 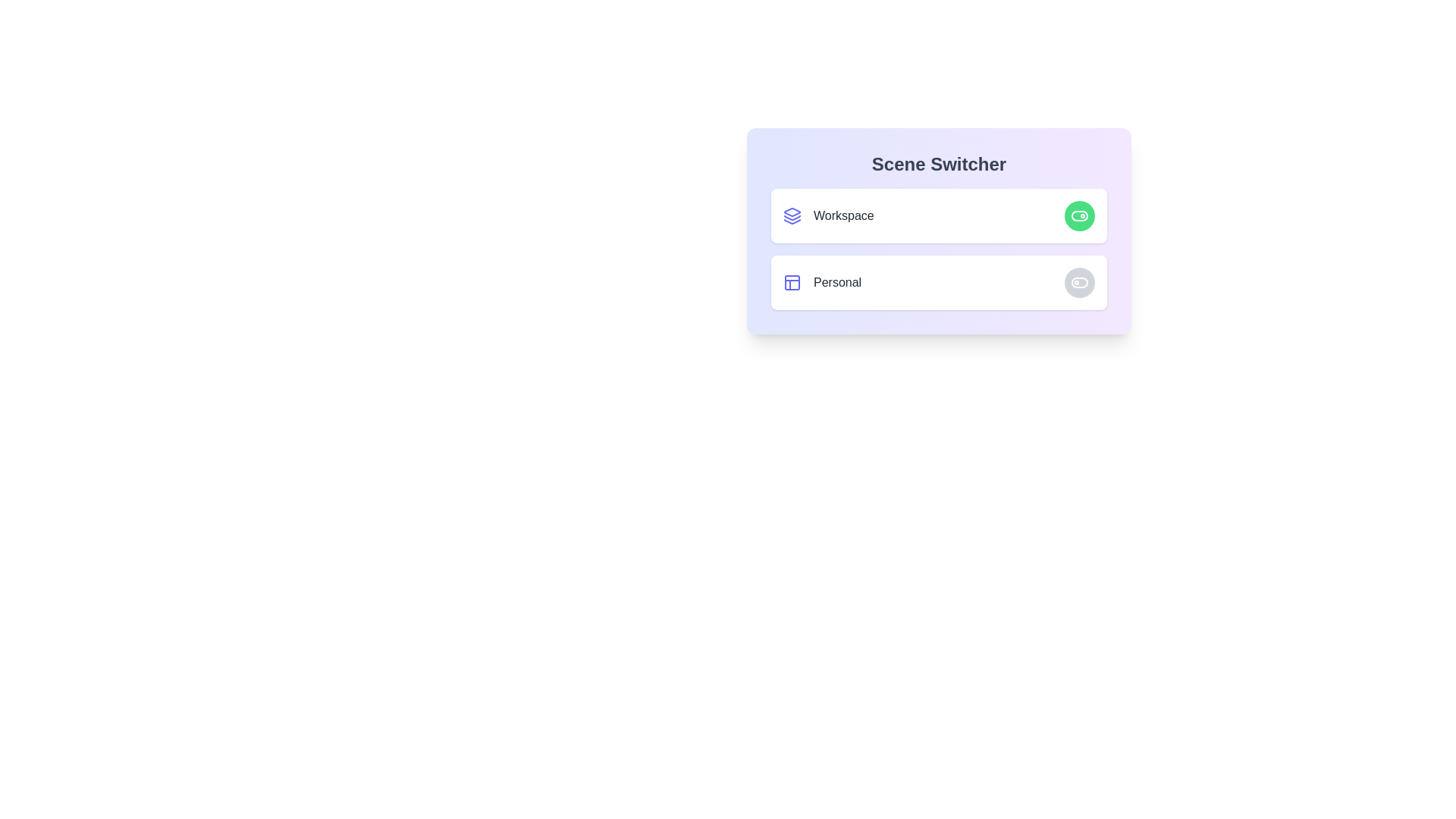 What do you see at coordinates (836, 283) in the screenshot?
I see `text label that identifies the 'Personal' scene option located under the 'Scene Switcher' section, which is the second item in the list` at bounding box center [836, 283].